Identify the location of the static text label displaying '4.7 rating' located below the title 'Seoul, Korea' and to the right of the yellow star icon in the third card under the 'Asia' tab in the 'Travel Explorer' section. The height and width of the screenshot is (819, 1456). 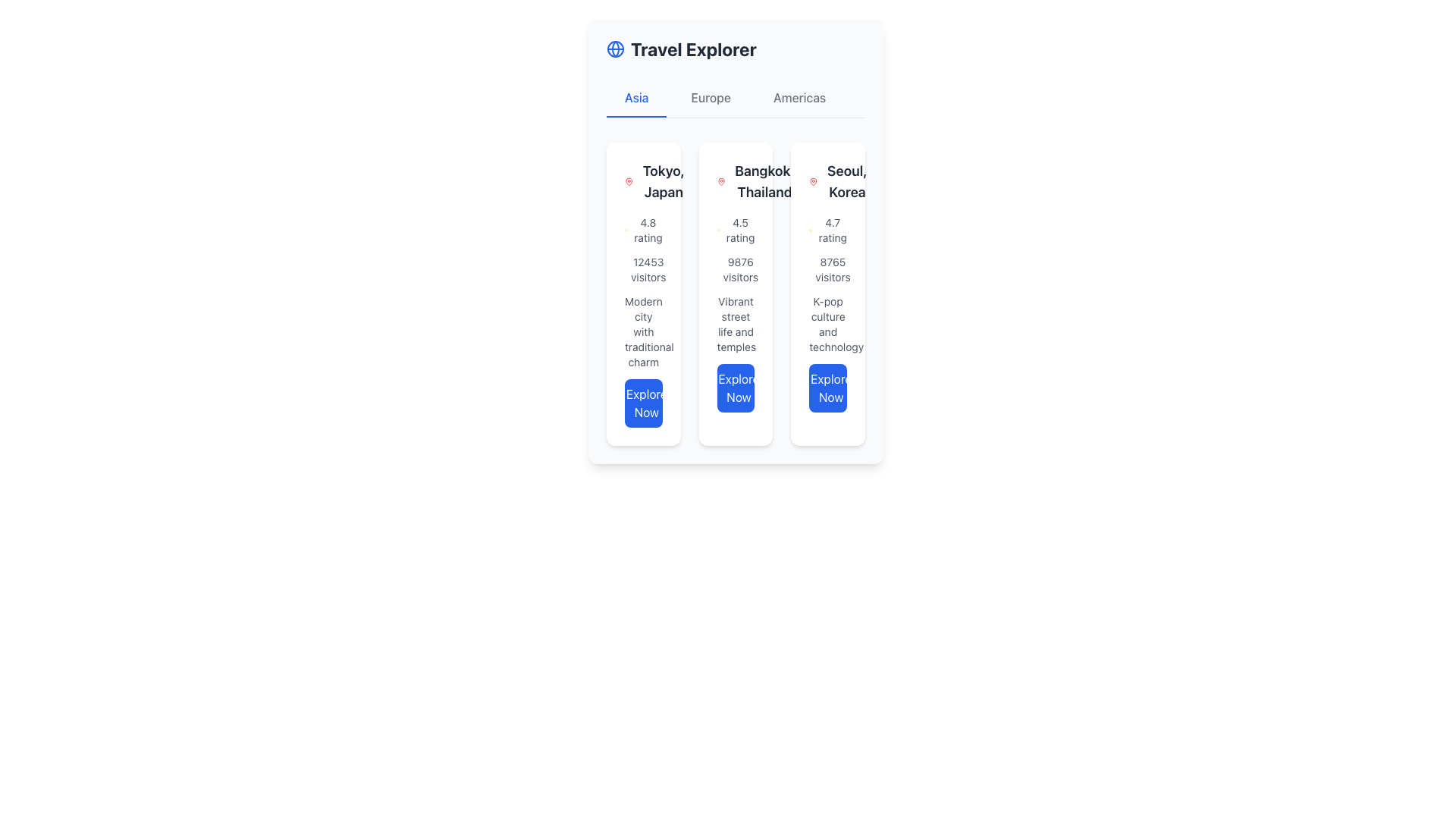
(832, 231).